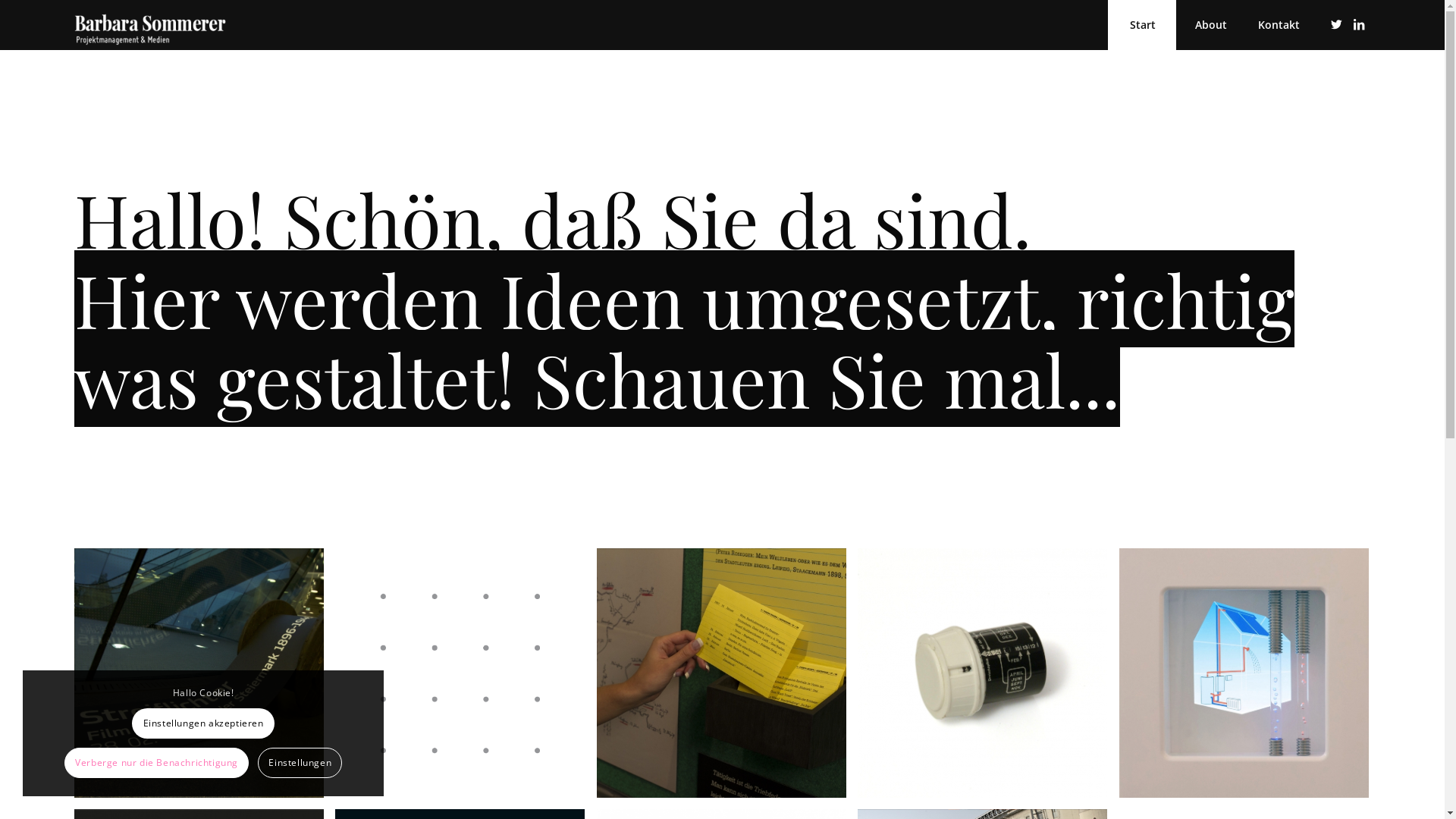 This screenshot has height=819, width=1456. I want to click on 'Ausstellung Kinogeschichte', so click(204, 678).